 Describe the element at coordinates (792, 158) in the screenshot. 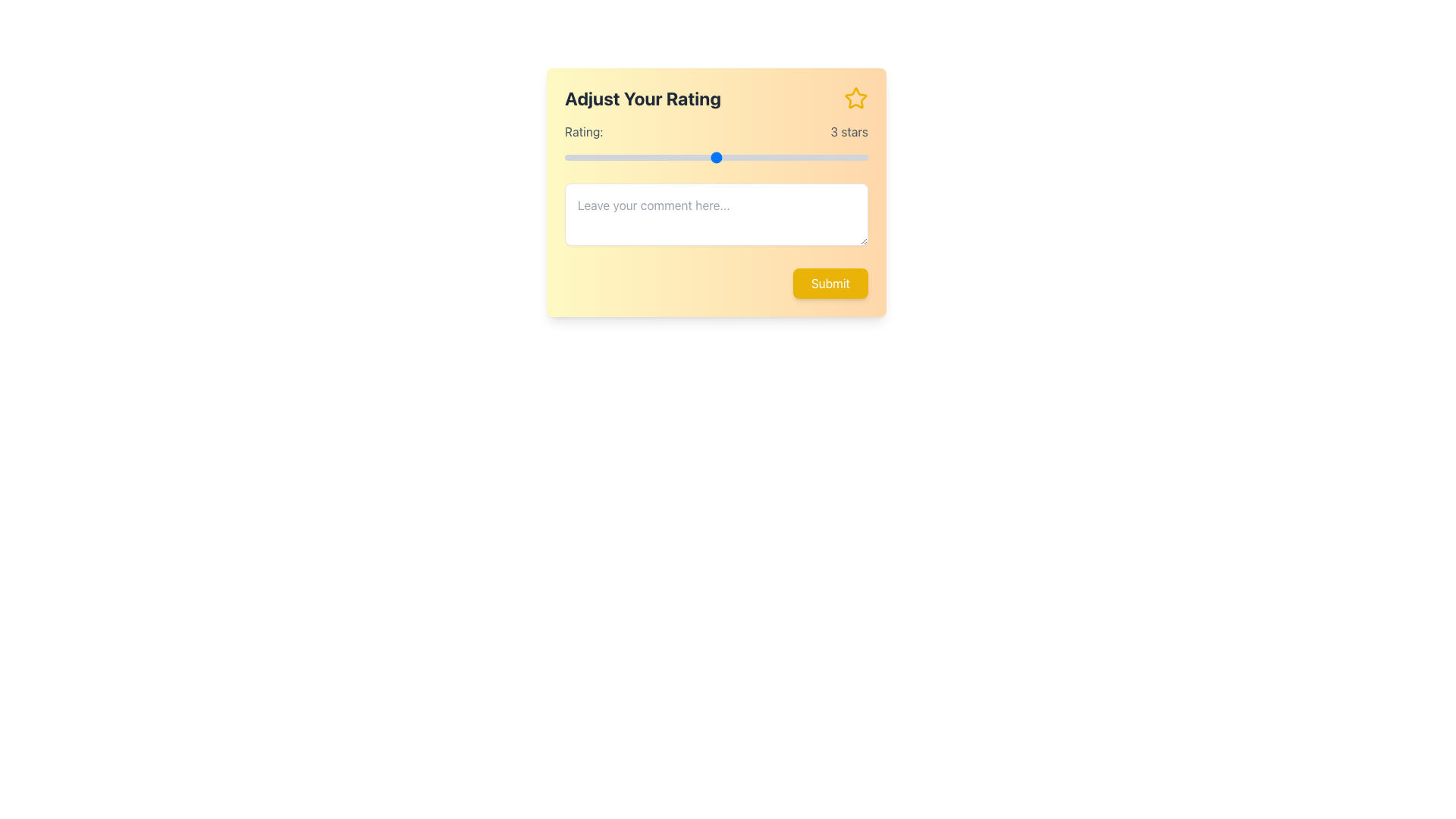

I see `the slider` at that location.